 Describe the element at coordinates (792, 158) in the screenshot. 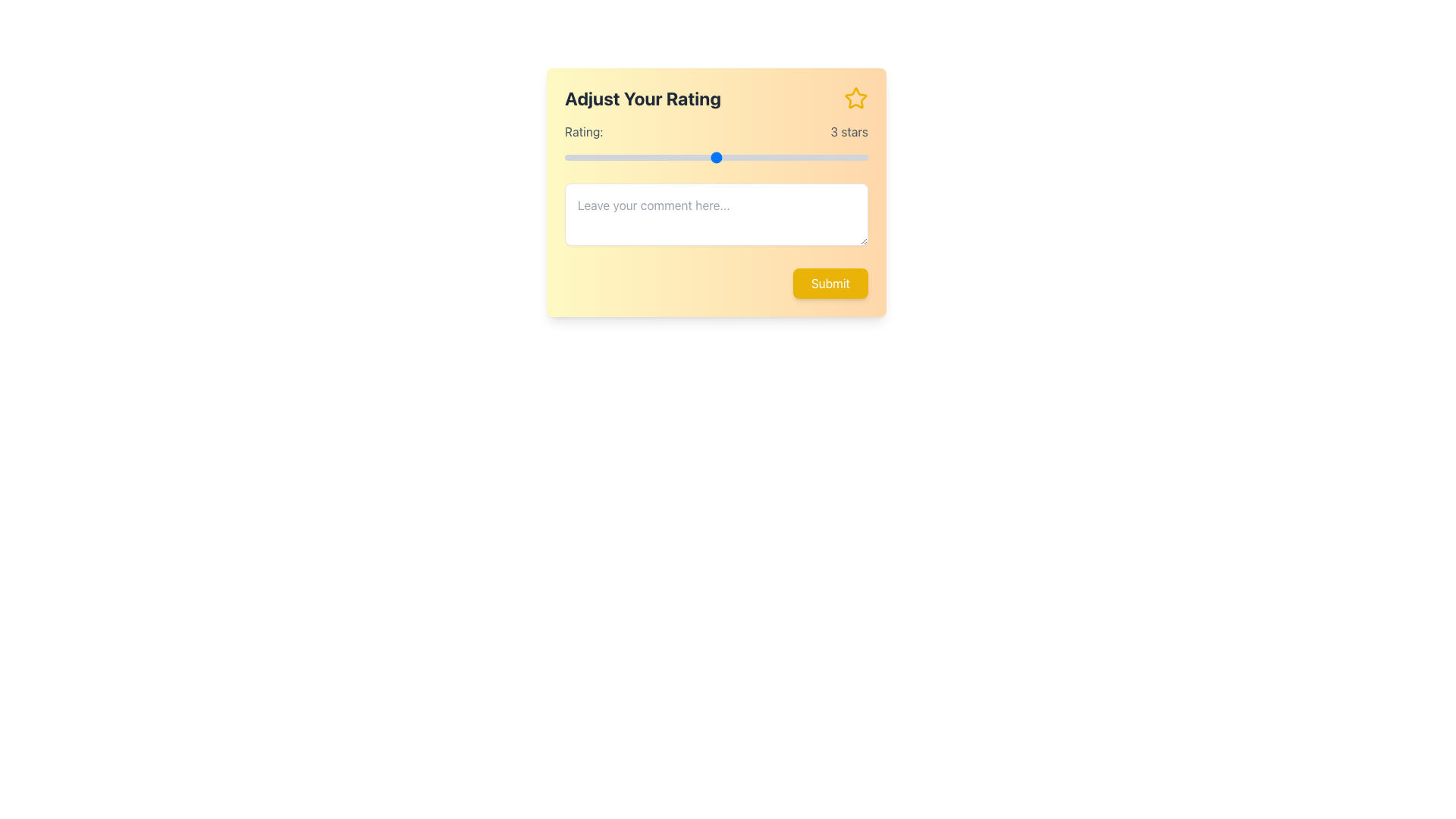

I see `the slider` at that location.